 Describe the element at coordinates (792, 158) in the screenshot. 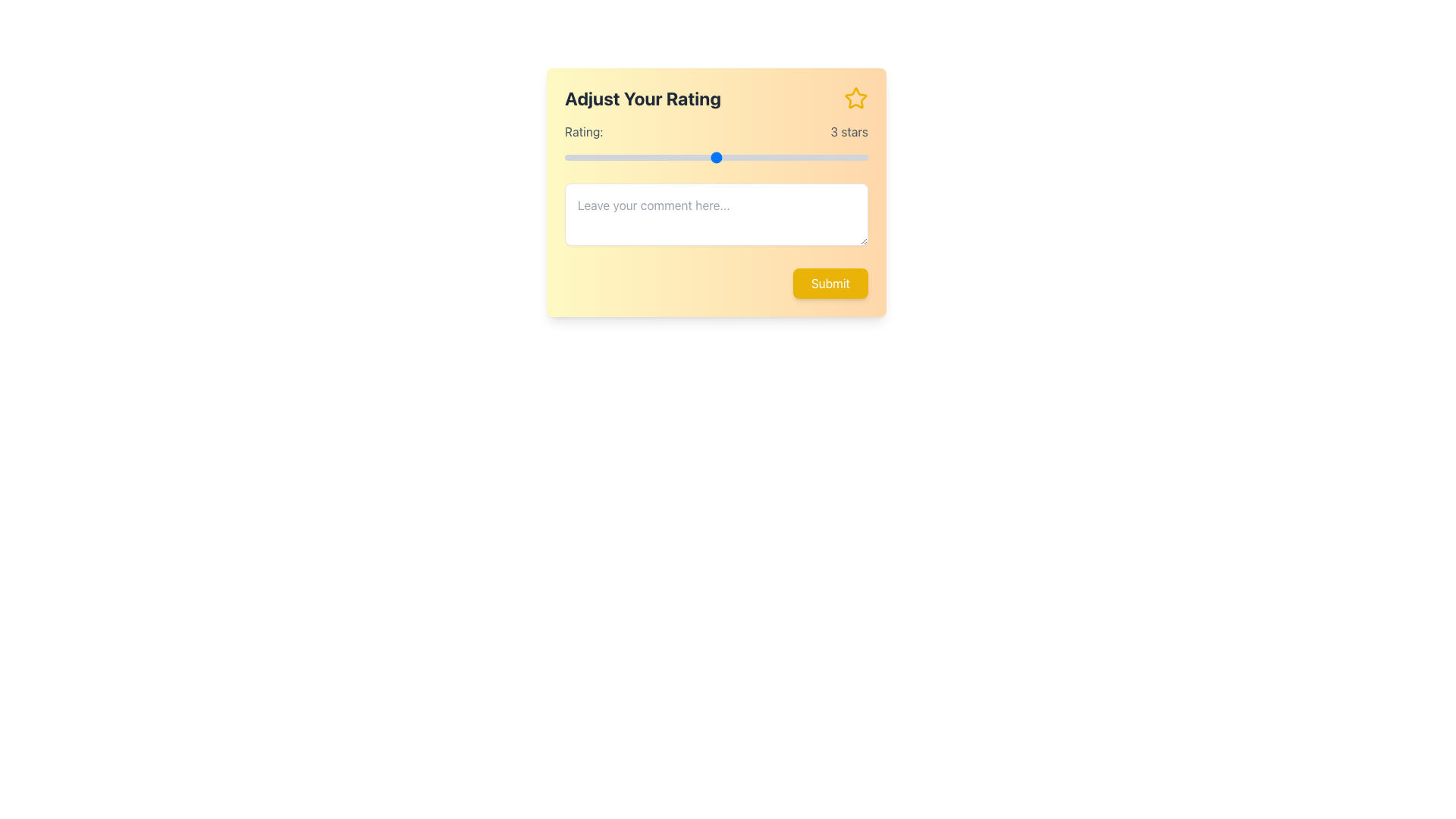

I see `the slider` at that location.